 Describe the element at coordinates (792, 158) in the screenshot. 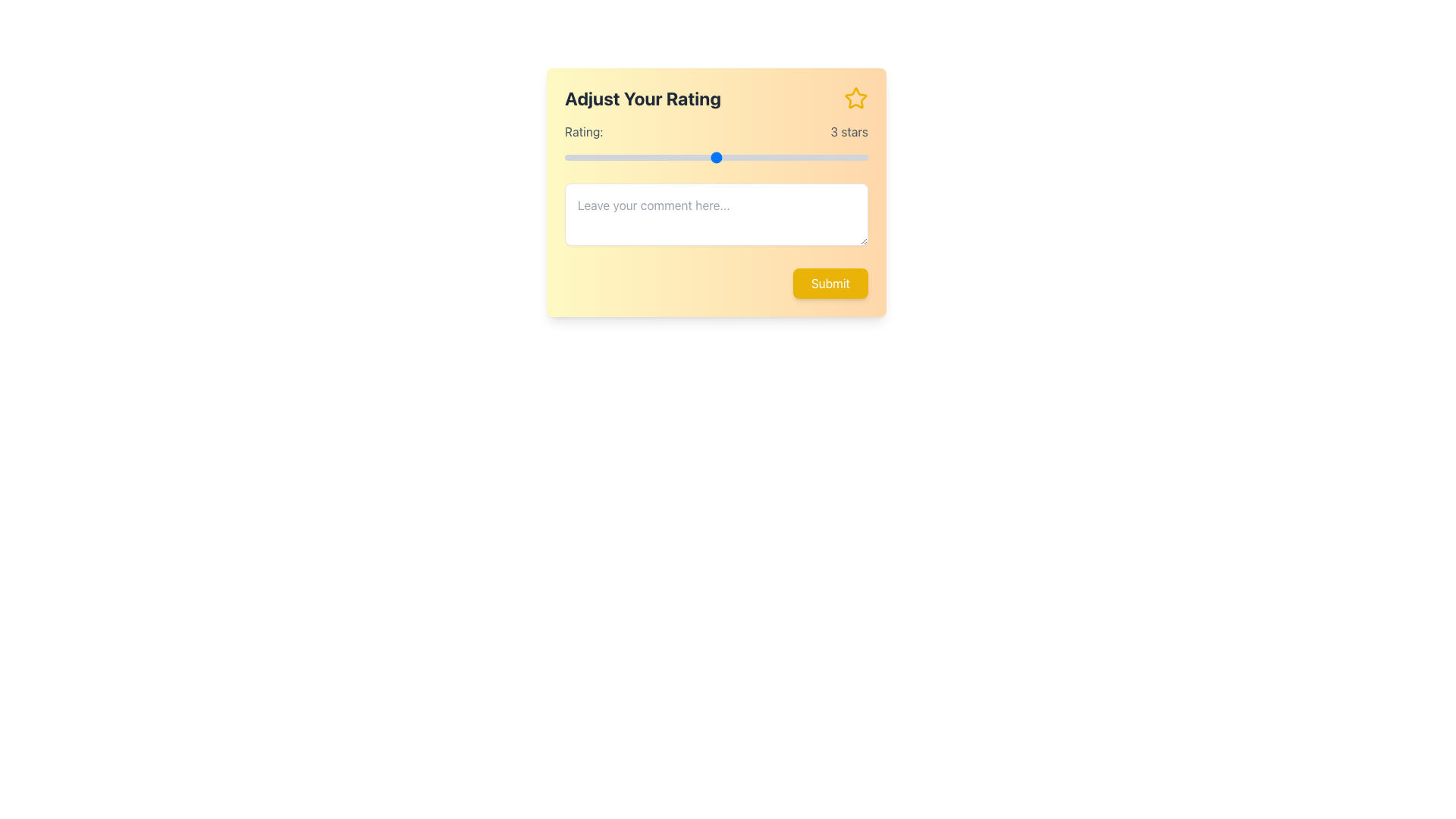

I see `the slider` at that location.